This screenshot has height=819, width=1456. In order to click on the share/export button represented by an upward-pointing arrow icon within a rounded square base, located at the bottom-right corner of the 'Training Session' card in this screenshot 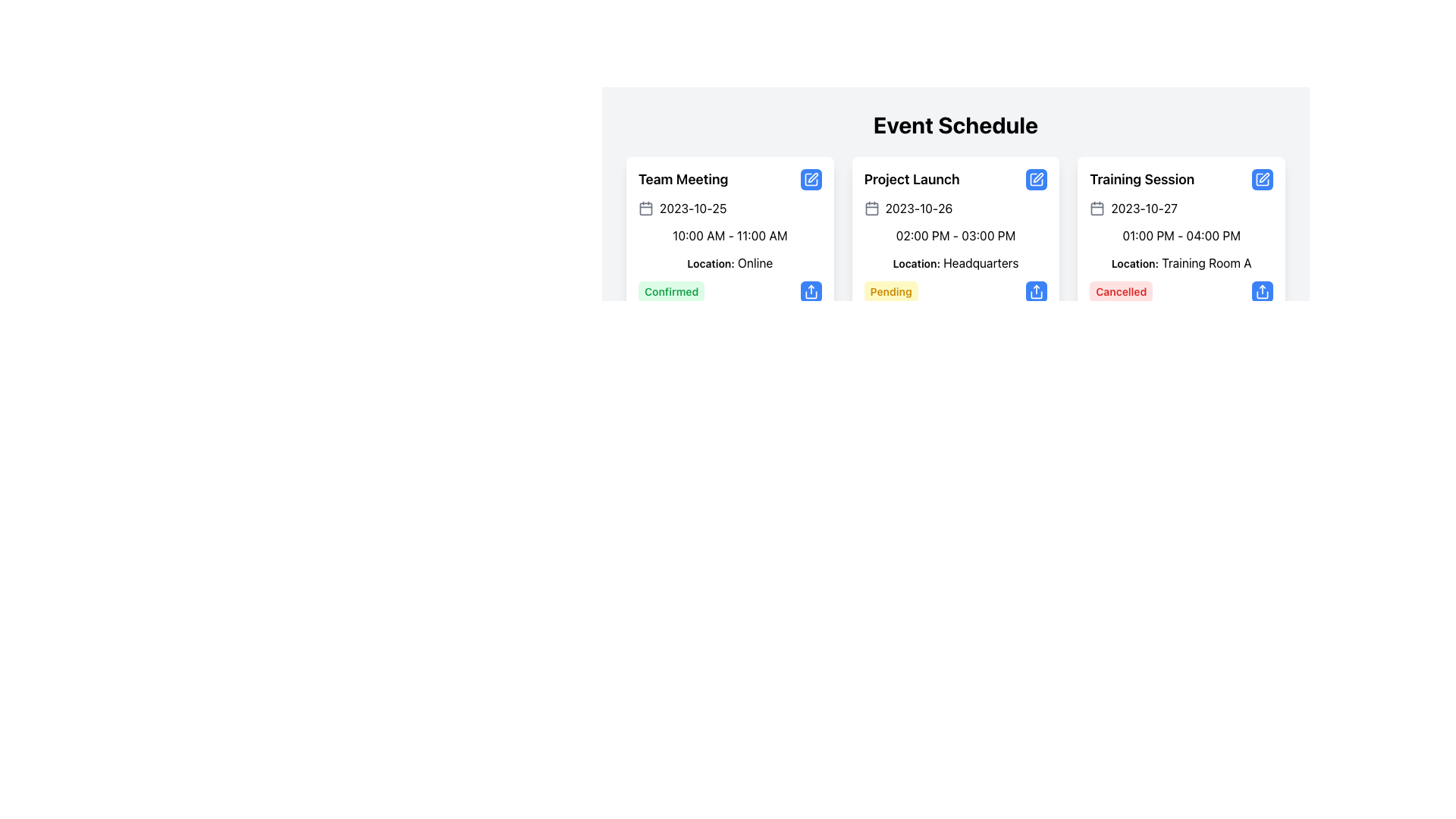, I will do `click(1263, 292)`.